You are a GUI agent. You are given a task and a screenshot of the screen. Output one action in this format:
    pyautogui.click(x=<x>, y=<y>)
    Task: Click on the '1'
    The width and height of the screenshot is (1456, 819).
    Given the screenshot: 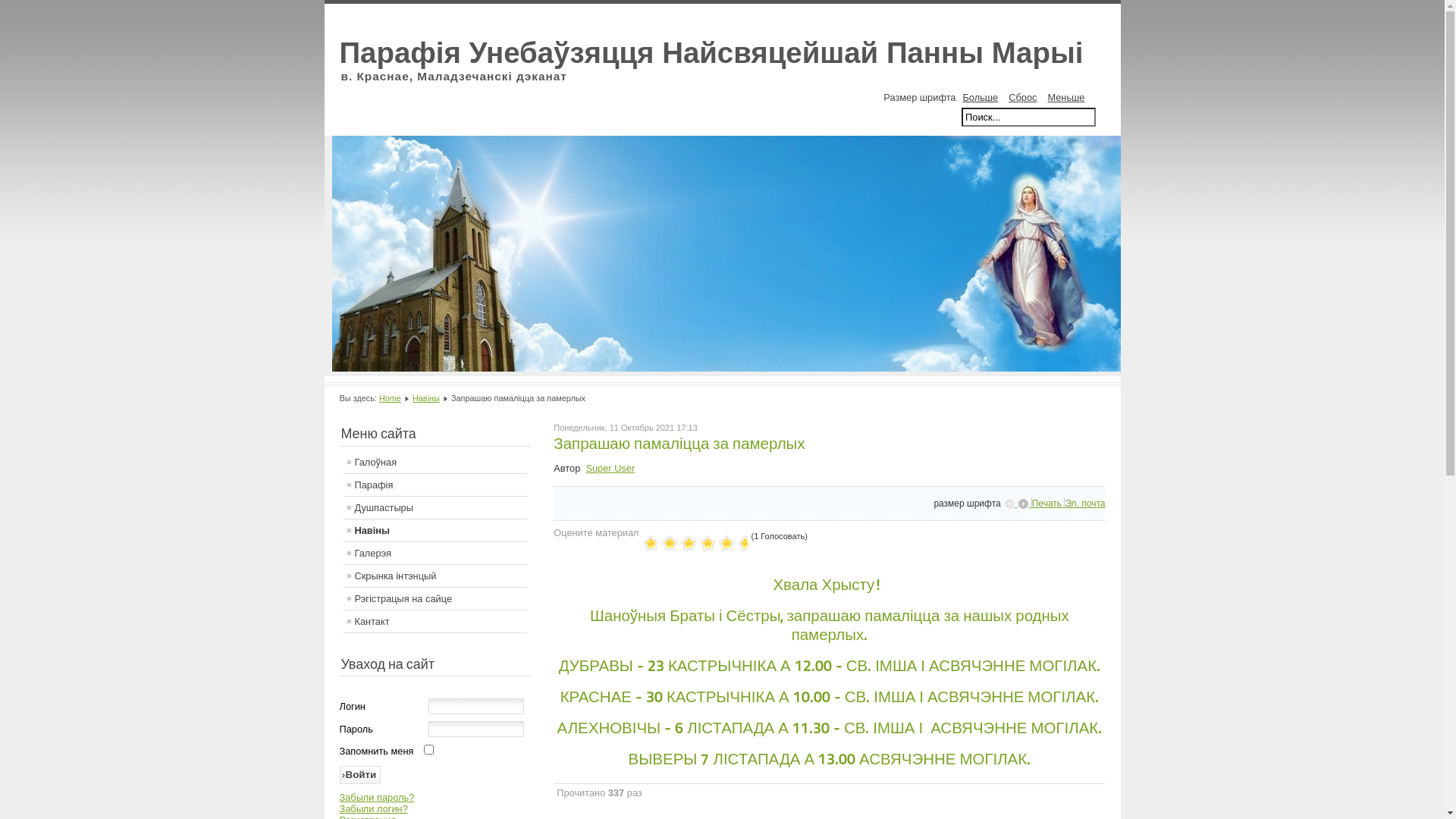 What is the action you would take?
    pyautogui.click(x=641, y=543)
    